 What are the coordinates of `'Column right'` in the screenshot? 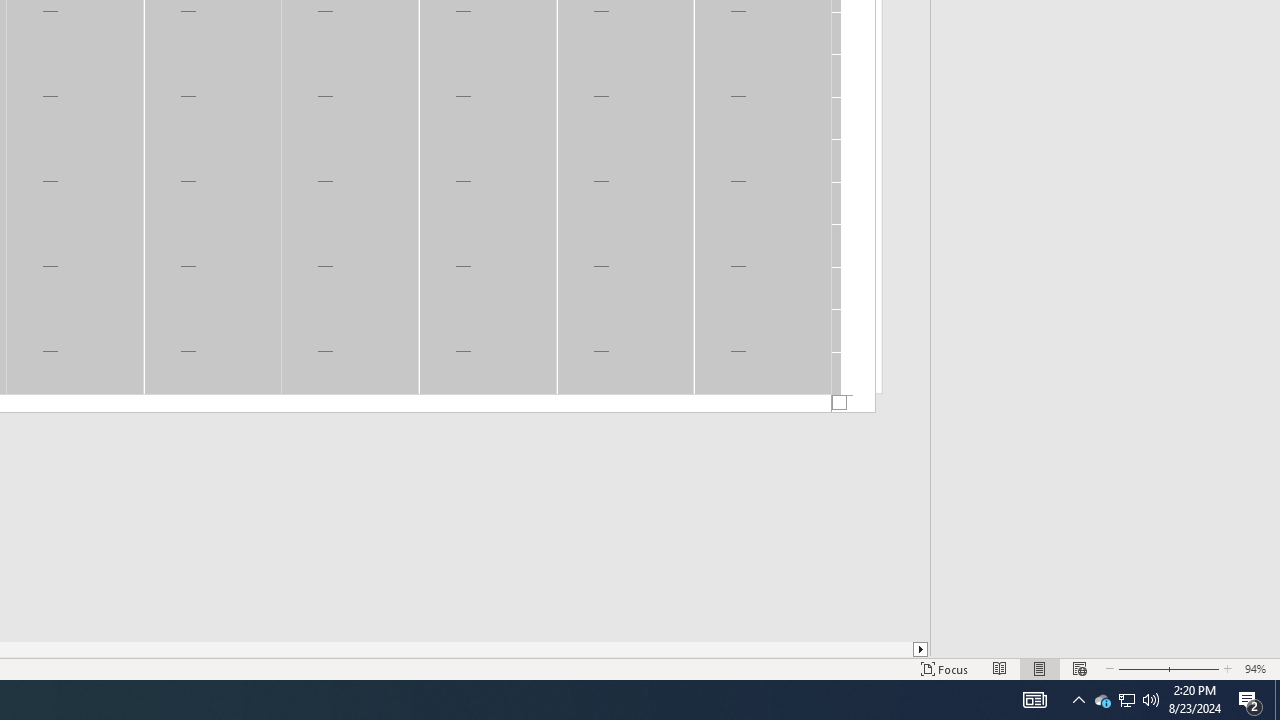 It's located at (920, 649).